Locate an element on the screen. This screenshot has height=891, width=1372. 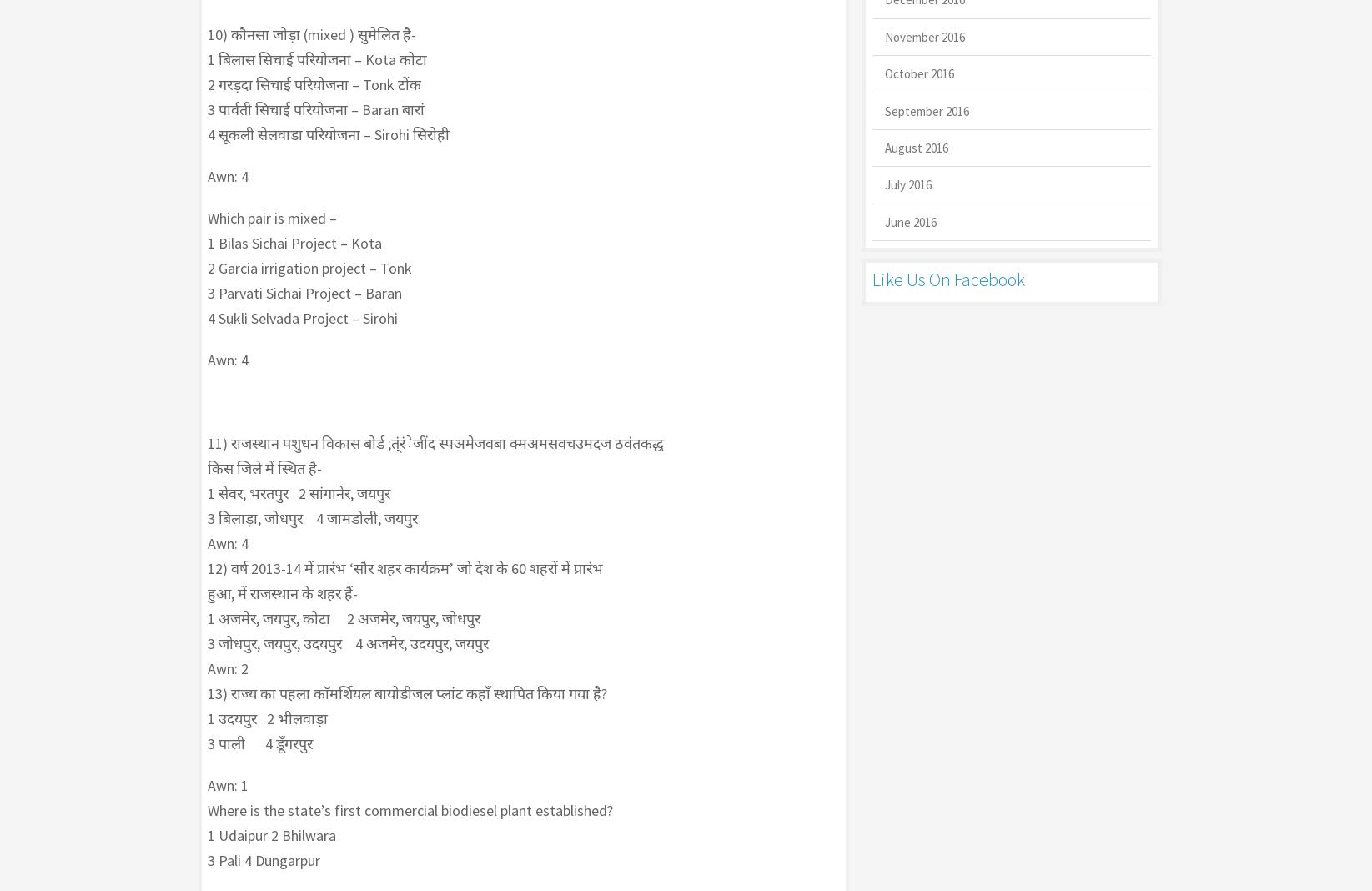
'1 अजमेर, जयपुर, कोटा     2 अजमेर, जयपुर, जोधपुर' is located at coordinates (342, 618).